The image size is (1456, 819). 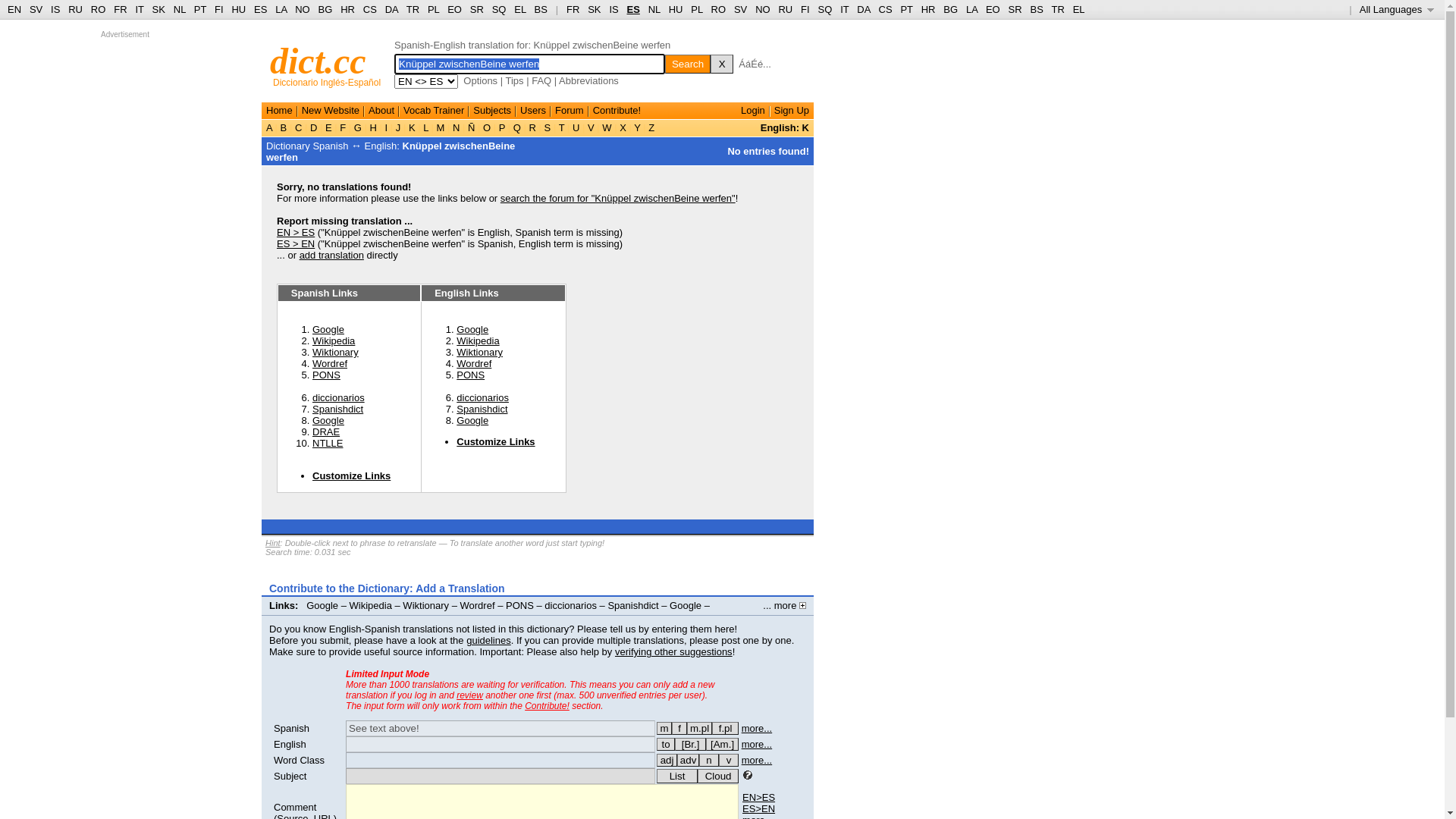 What do you see at coordinates (298, 127) in the screenshot?
I see `'C'` at bounding box center [298, 127].